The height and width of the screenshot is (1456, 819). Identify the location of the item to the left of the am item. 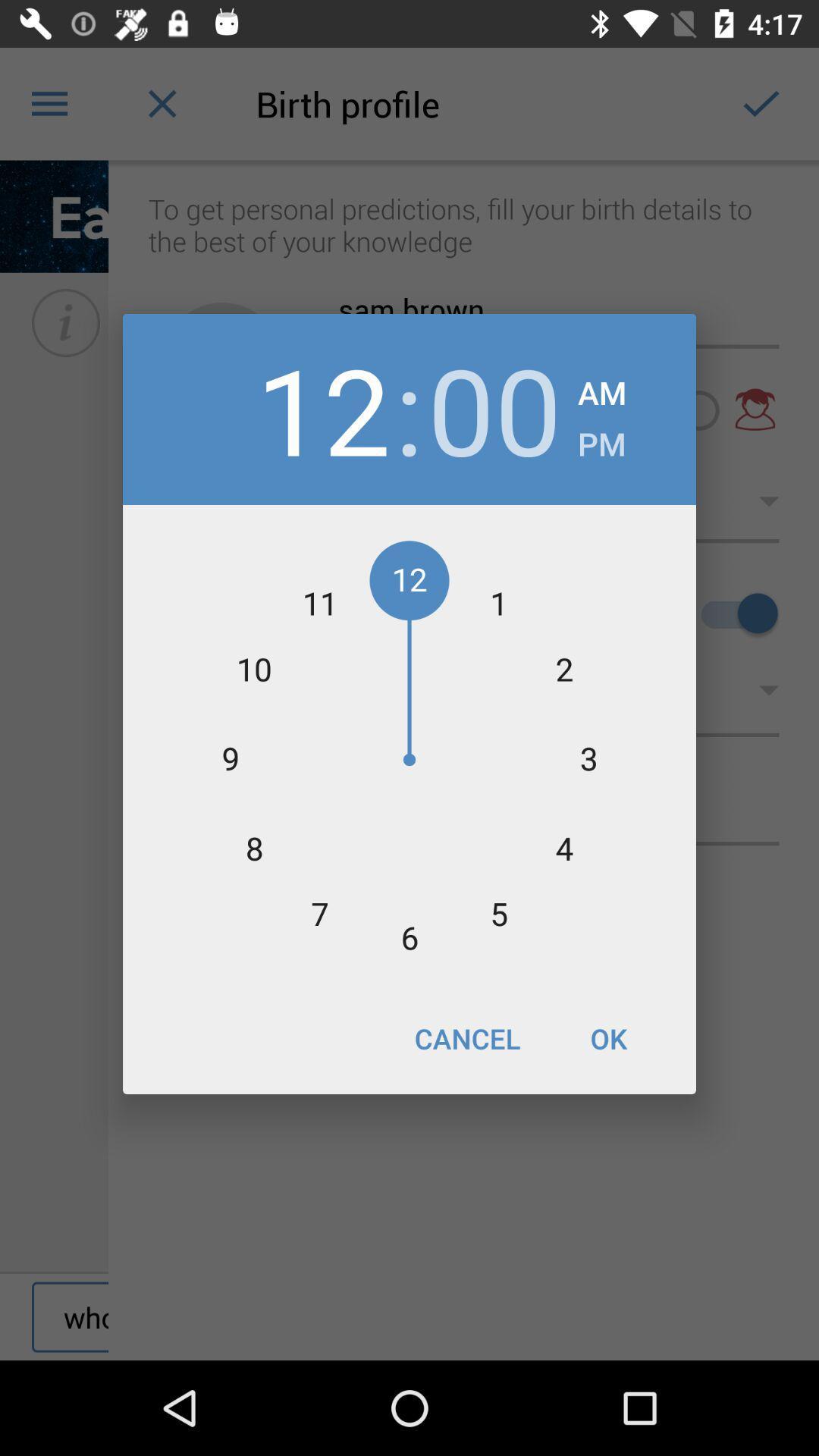
(494, 409).